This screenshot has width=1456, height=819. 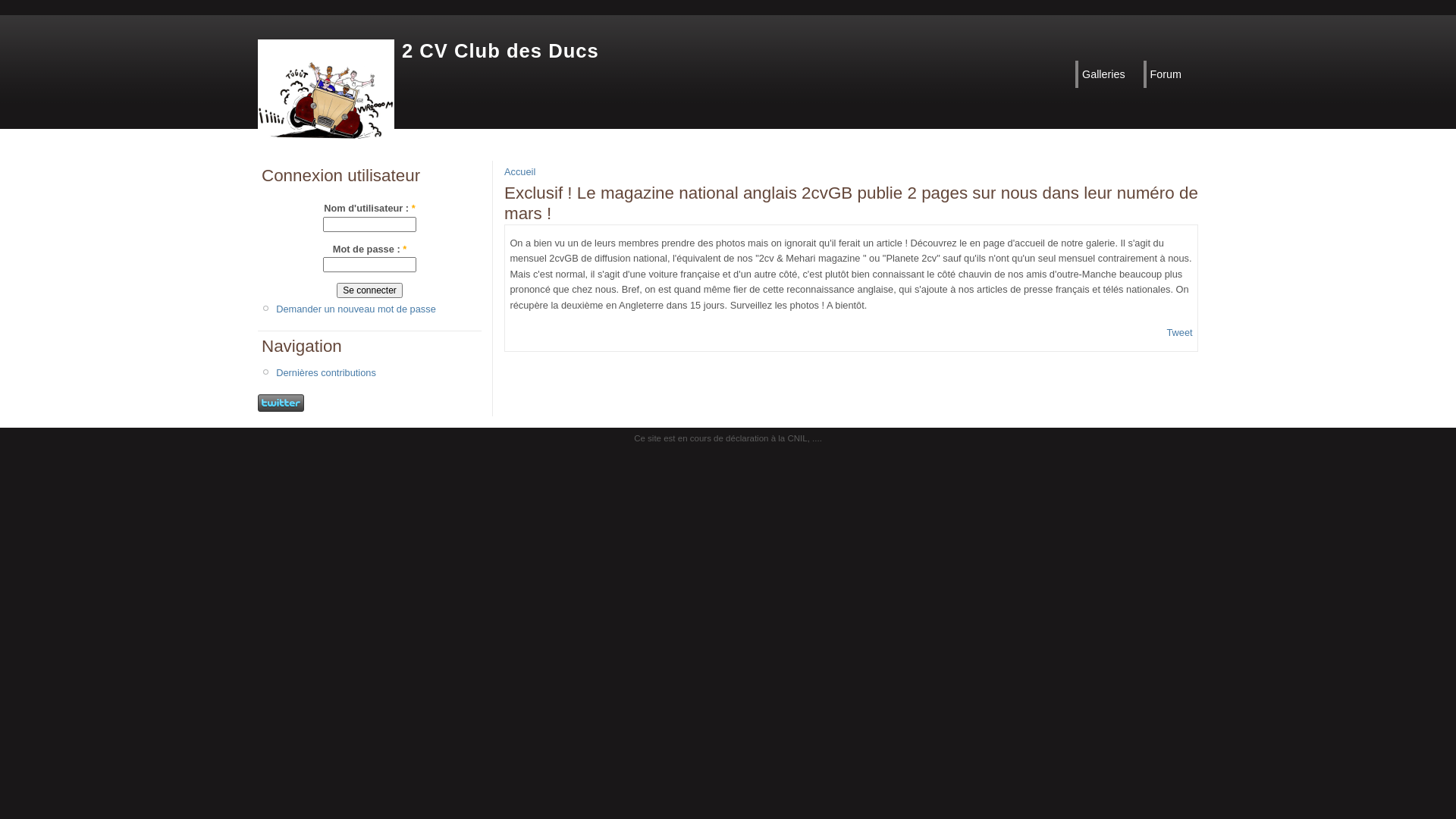 What do you see at coordinates (1178, 331) in the screenshot?
I see `'Tweet'` at bounding box center [1178, 331].